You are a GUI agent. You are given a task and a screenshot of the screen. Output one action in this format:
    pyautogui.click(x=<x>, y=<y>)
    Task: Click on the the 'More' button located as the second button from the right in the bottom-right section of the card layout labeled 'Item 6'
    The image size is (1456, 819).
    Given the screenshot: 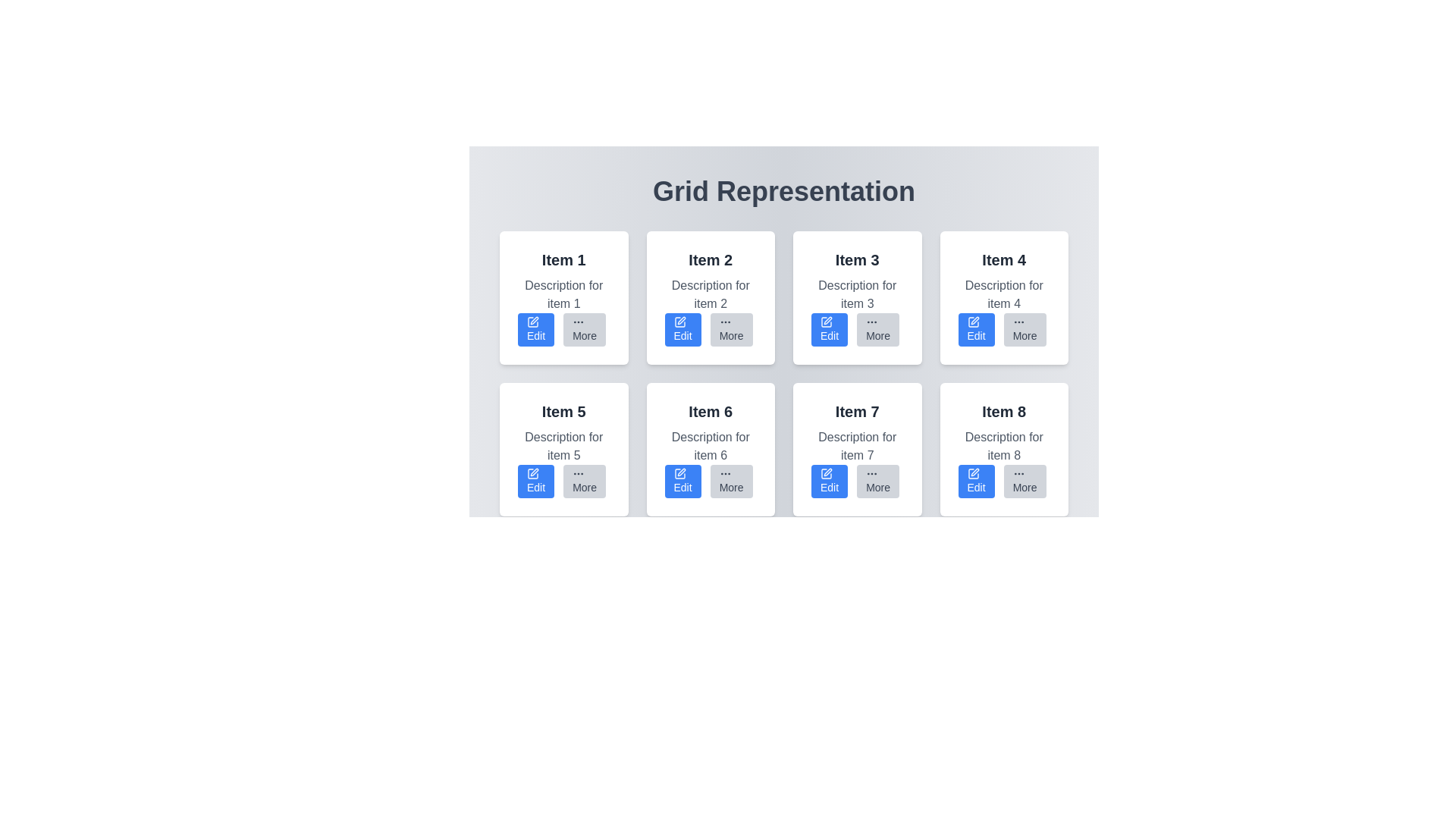 What is the action you would take?
    pyautogui.click(x=731, y=632)
    